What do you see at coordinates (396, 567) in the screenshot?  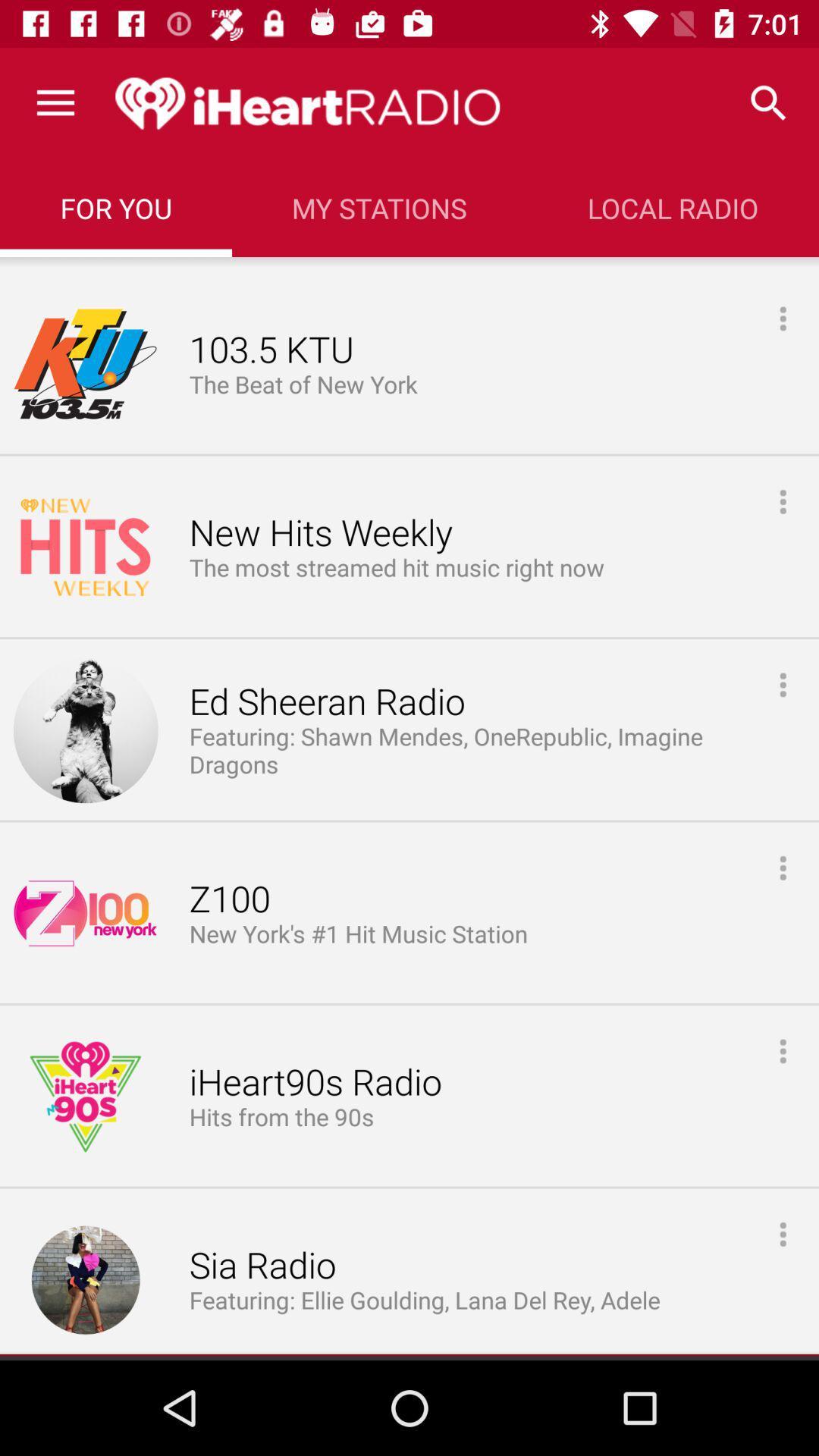 I see `the the most streamed icon` at bounding box center [396, 567].